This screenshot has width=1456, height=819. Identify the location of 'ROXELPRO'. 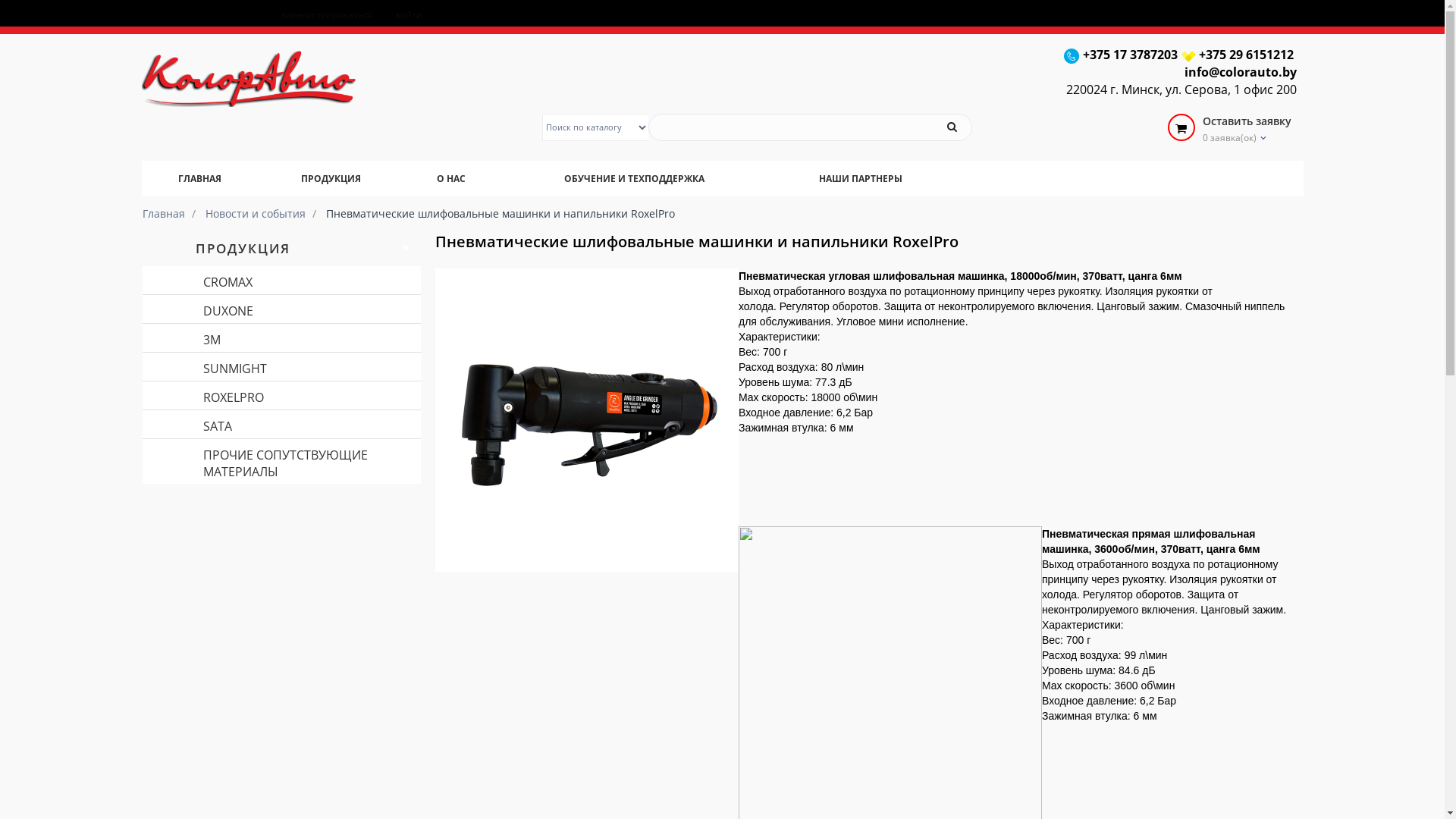
(142, 394).